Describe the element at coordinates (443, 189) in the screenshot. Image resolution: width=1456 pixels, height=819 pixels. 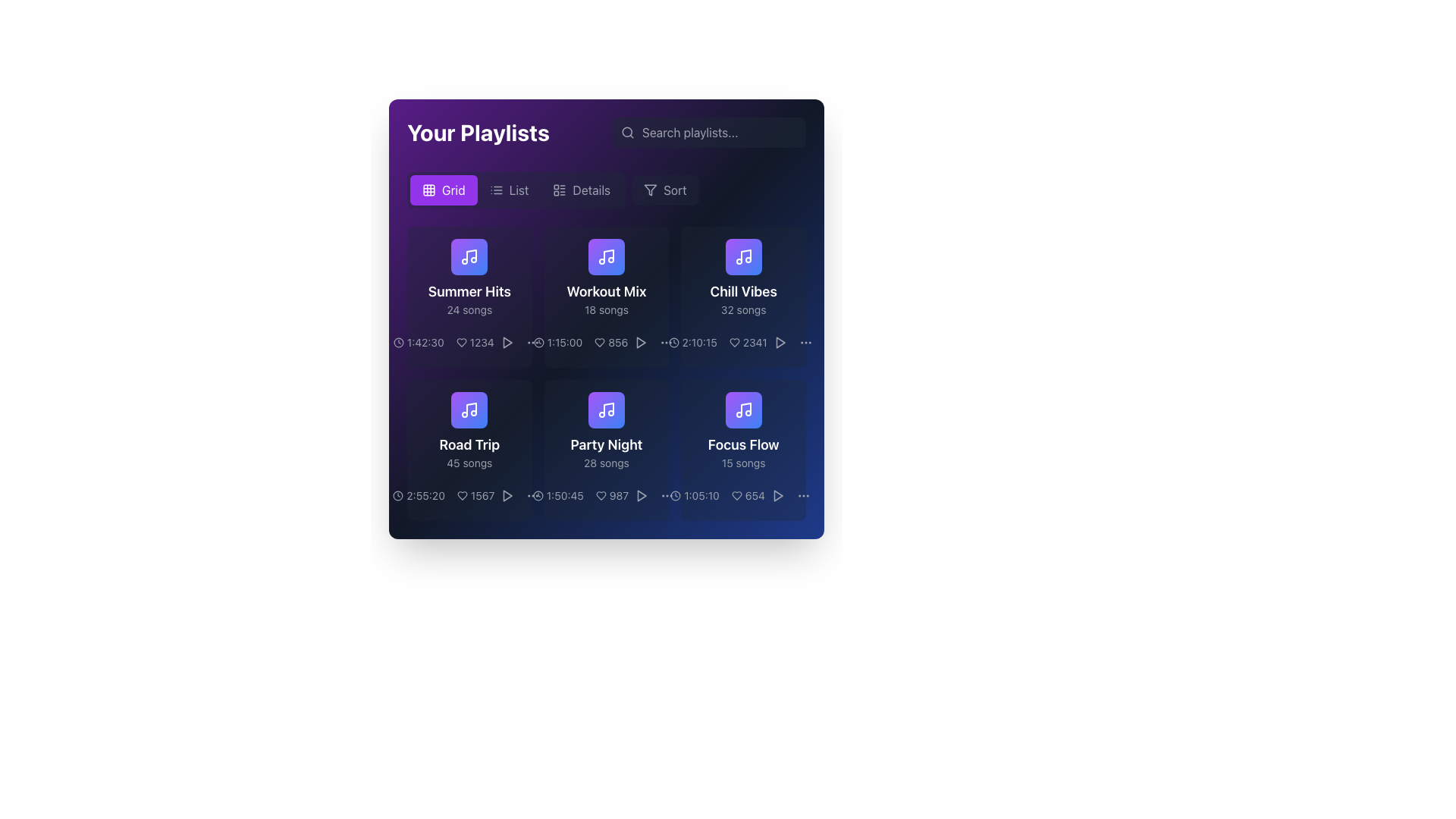
I see `the rectangular button with a purple background and white text reading 'Grid'` at that location.